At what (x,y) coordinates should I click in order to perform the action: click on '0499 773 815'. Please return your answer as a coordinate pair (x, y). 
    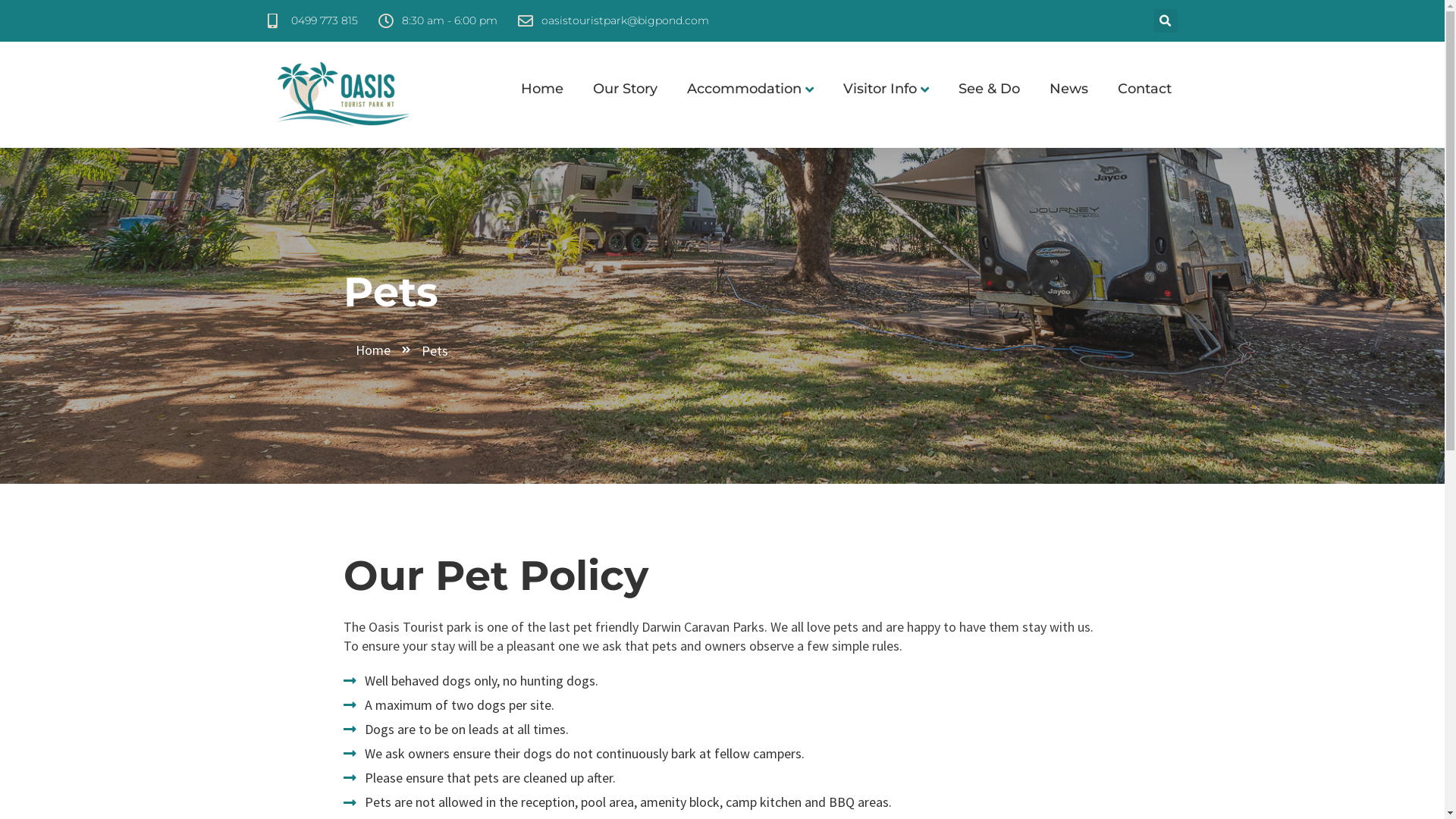
    Looking at the image, I should click on (311, 20).